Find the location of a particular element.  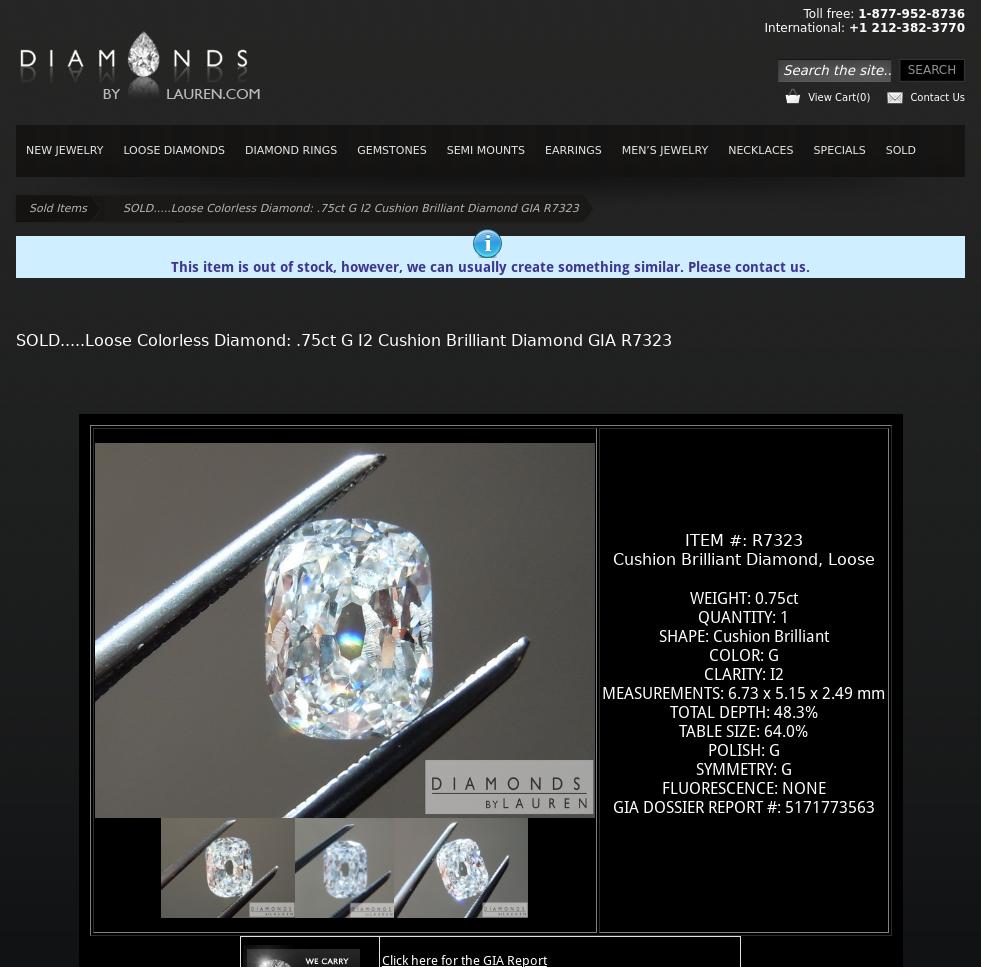

'SHAPE: Cushion Brilliant' is located at coordinates (743, 634).